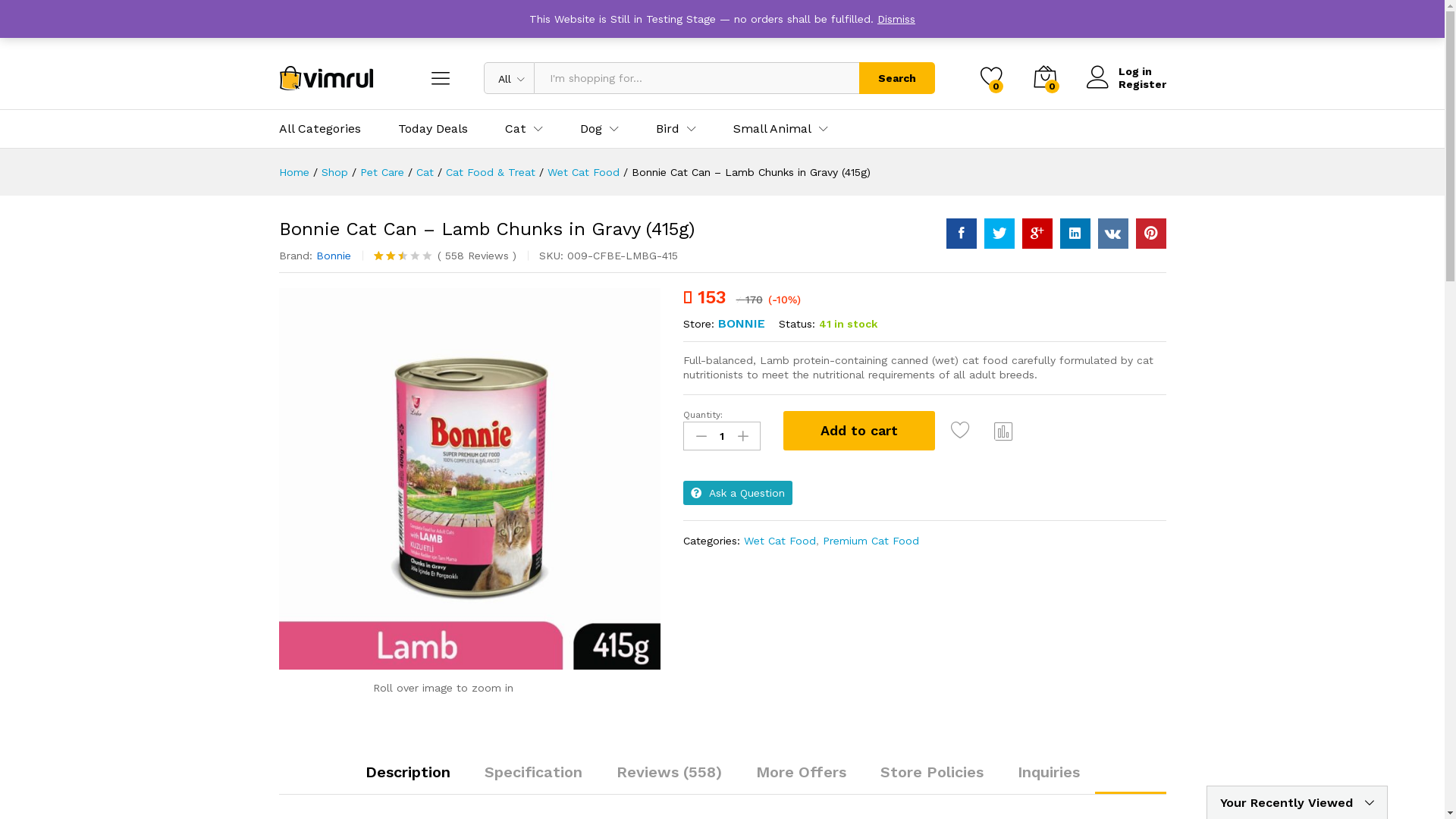  Describe the element at coordinates (1084, 84) in the screenshot. I see `'Register'` at that location.